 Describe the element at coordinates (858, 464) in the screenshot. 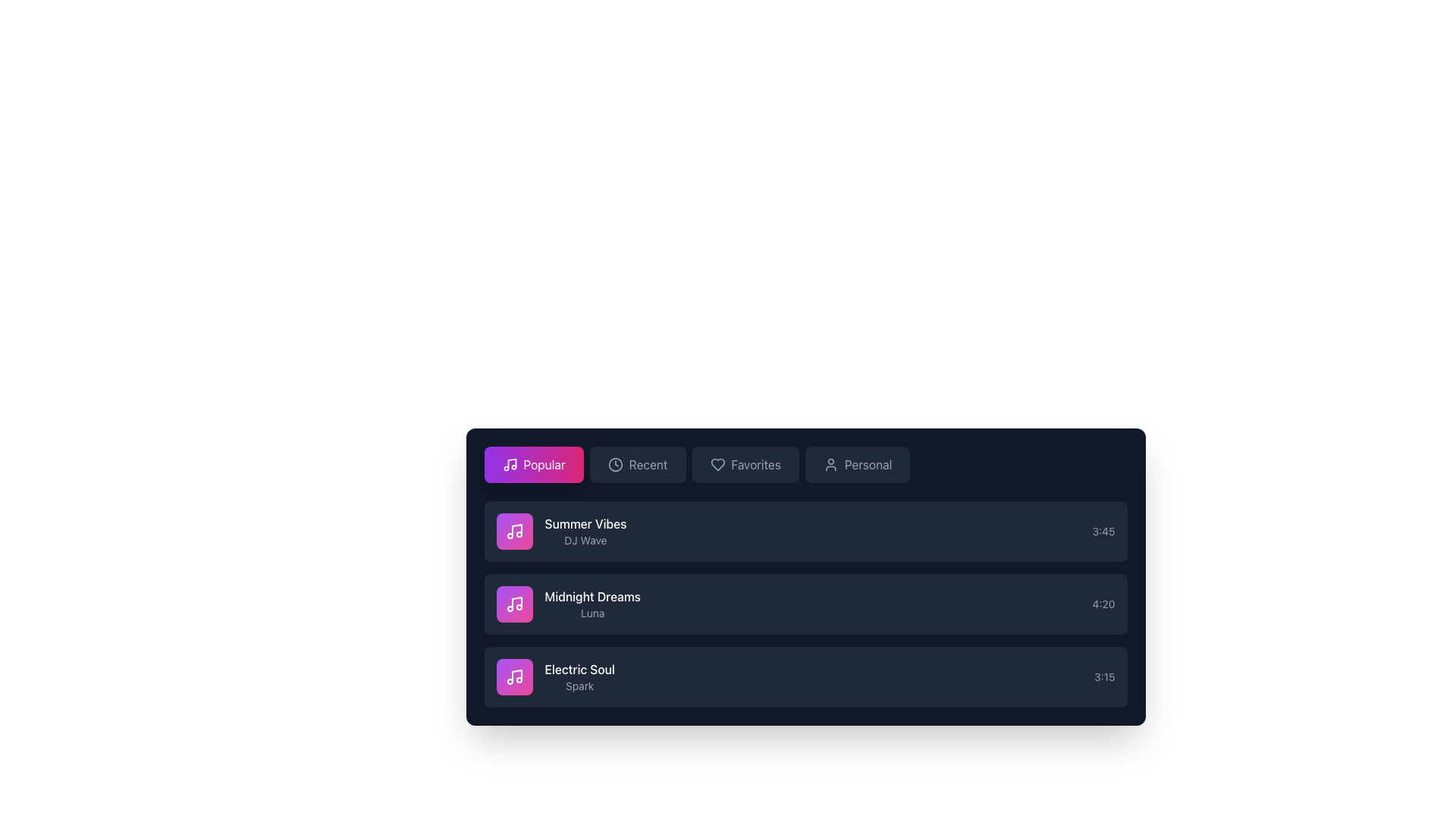

I see `the 'Personal' button, which is the fourth button in a horizontal row of buttons with a dark gray background and a user profile icon, to observe its hover effects` at that location.